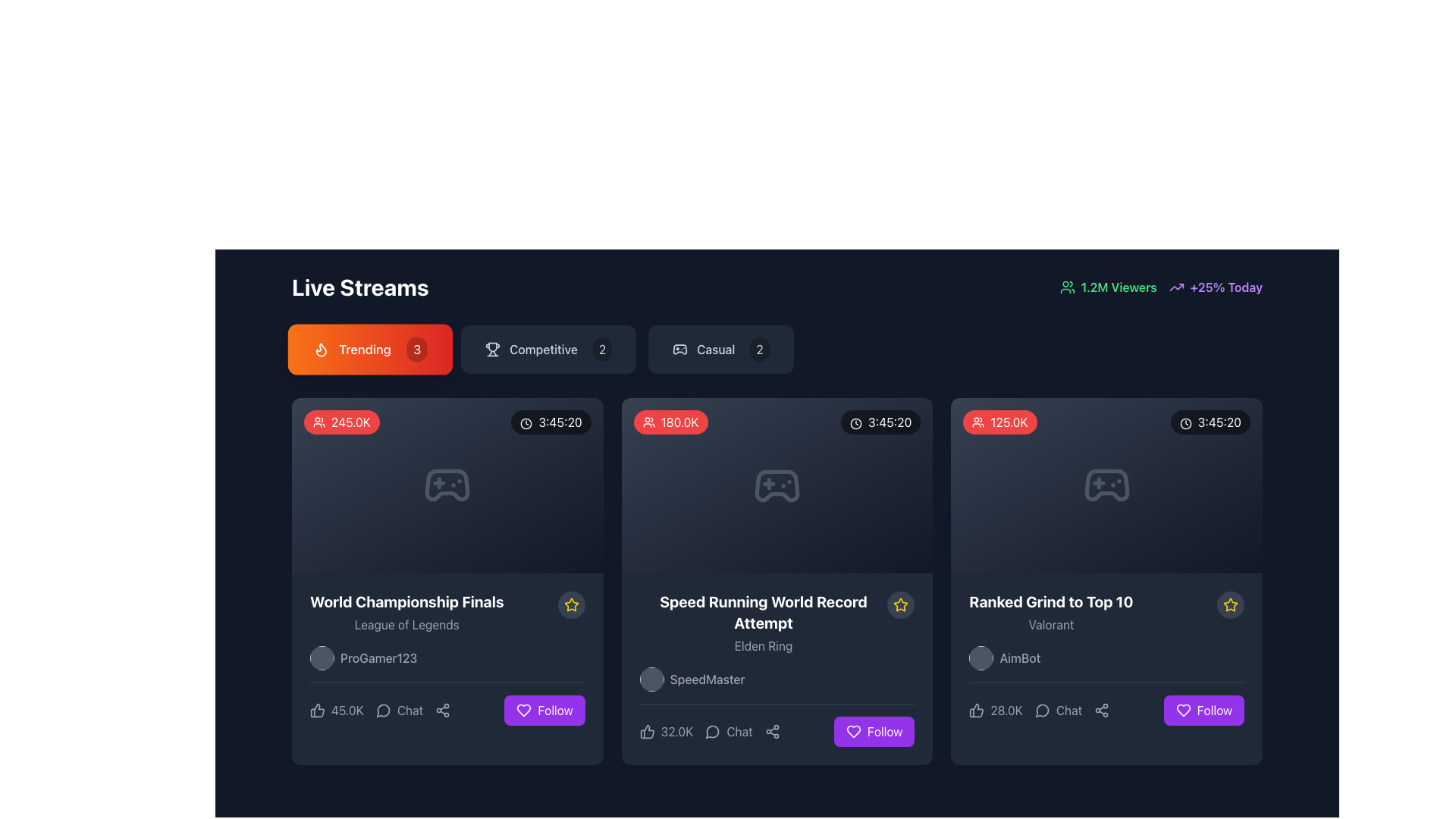 Image resolution: width=1456 pixels, height=819 pixels. I want to click on the star icon located at the right-hand corner of the 'Ranked Grind to Top 10' card for 'Valorant' and 'AimBot' to mark it as a favorite, so click(901, 604).